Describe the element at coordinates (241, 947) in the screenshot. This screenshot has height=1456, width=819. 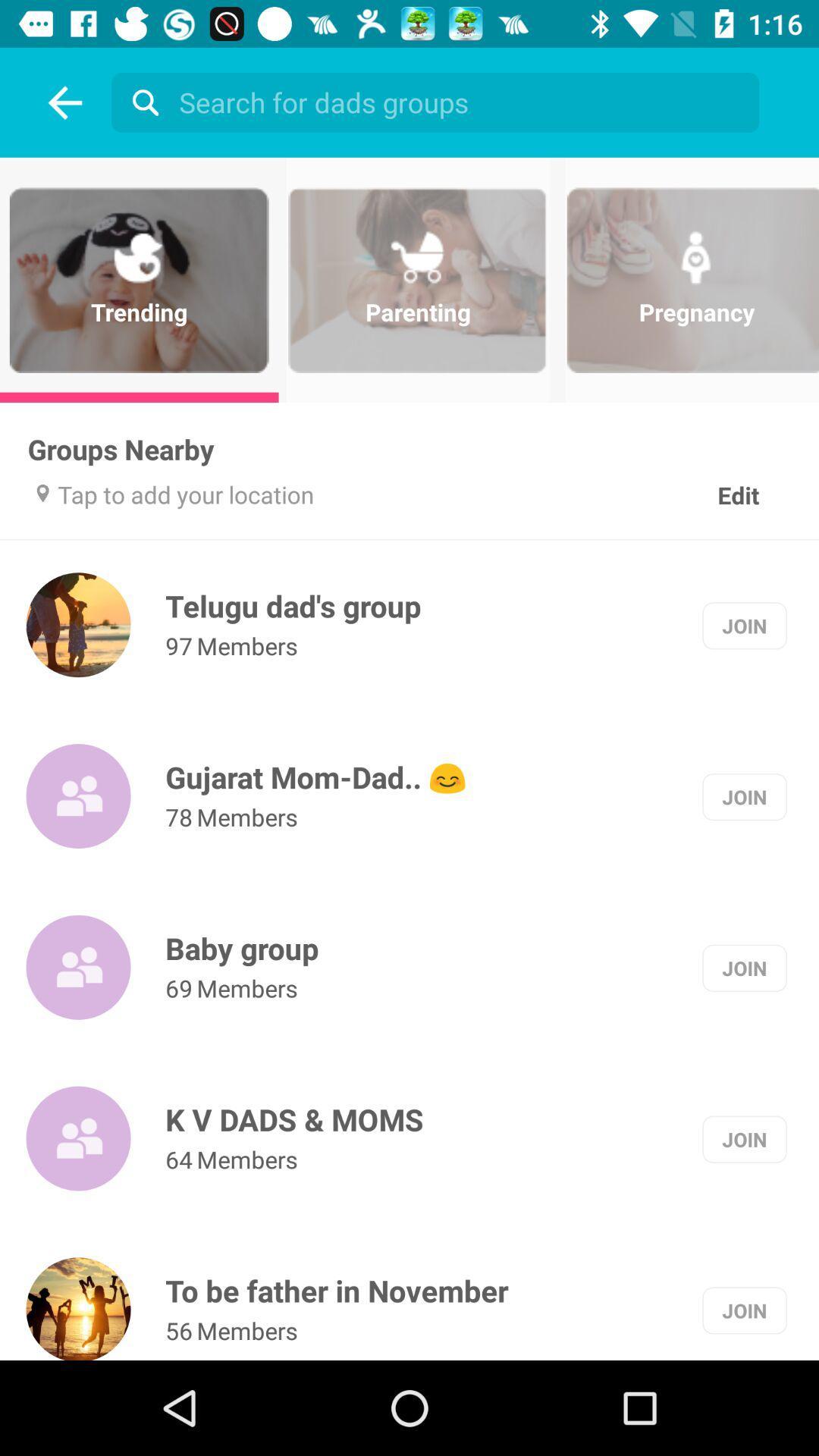
I see `item below 78 item` at that location.